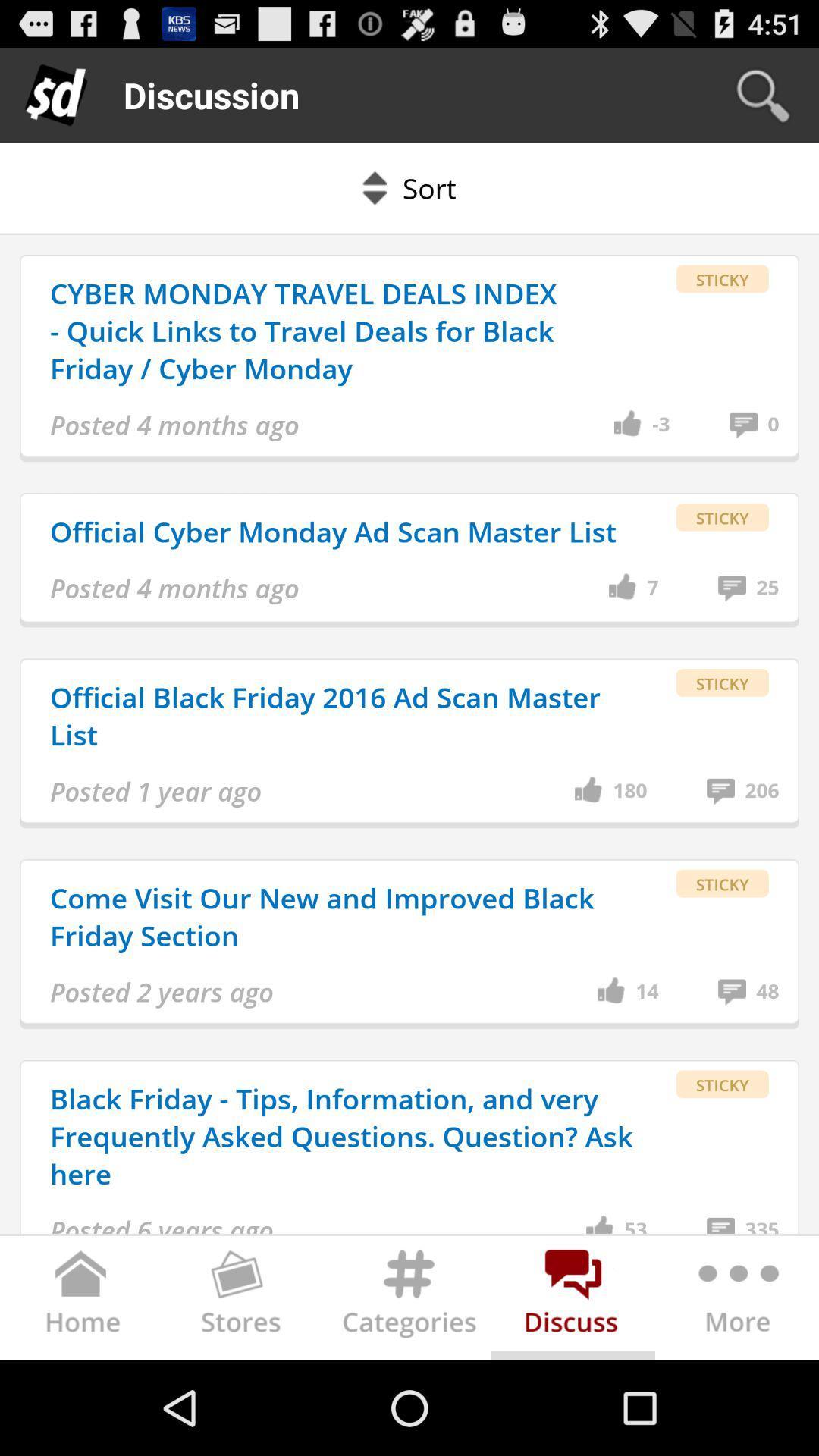 The height and width of the screenshot is (1456, 819). Describe the element at coordinates (629, 790) in the screenshot. I see `the 180` at that location.